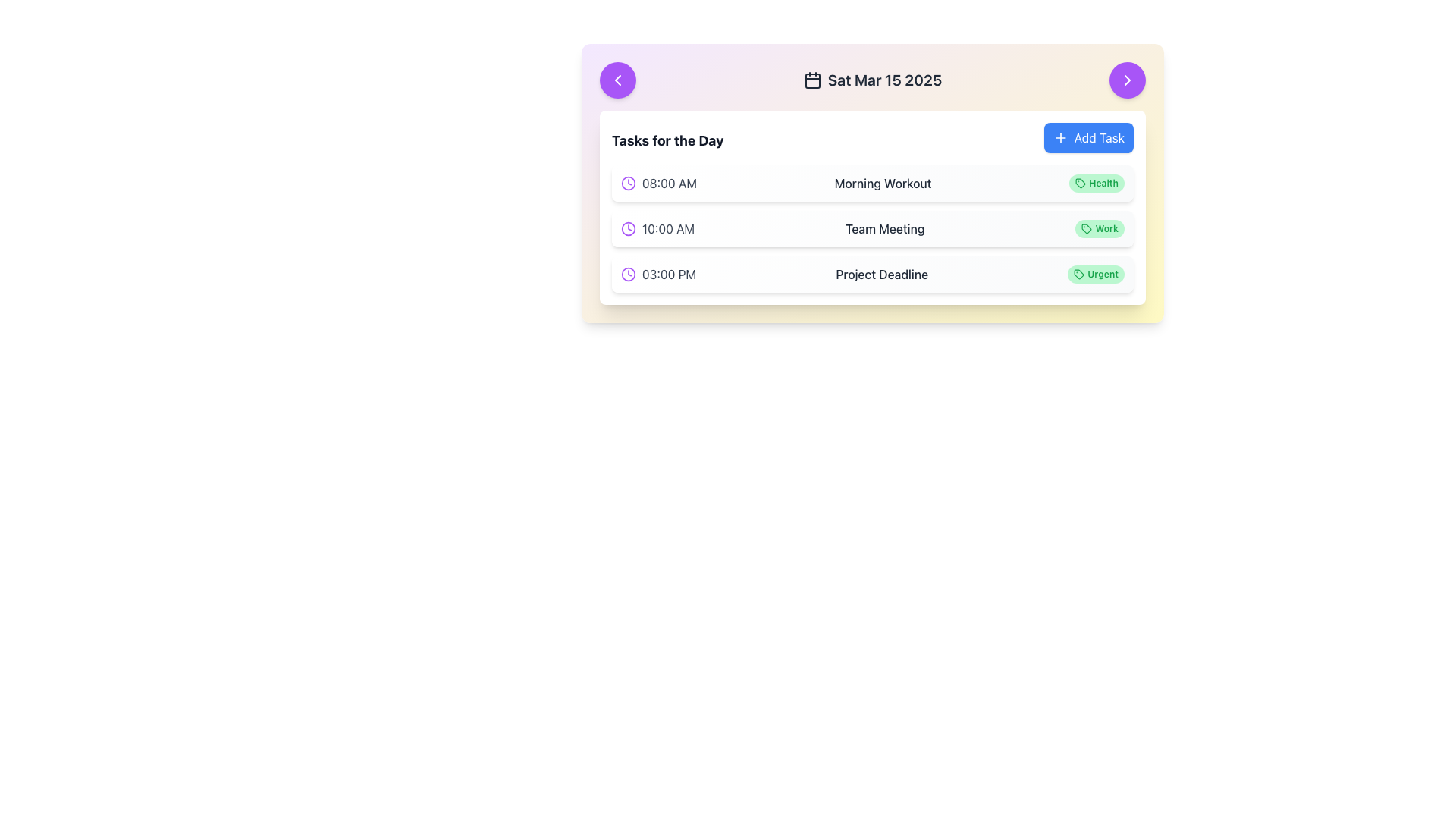 The width and height of the screenshot is (1456, 819). Describe the element at coordinates (1080, 183) in the screenshot. I see `the small icon resembling a tag with a green outline and a filled green circular dot, located to the left of the 'Health' label in the 'Morning Workout' row` at that location.